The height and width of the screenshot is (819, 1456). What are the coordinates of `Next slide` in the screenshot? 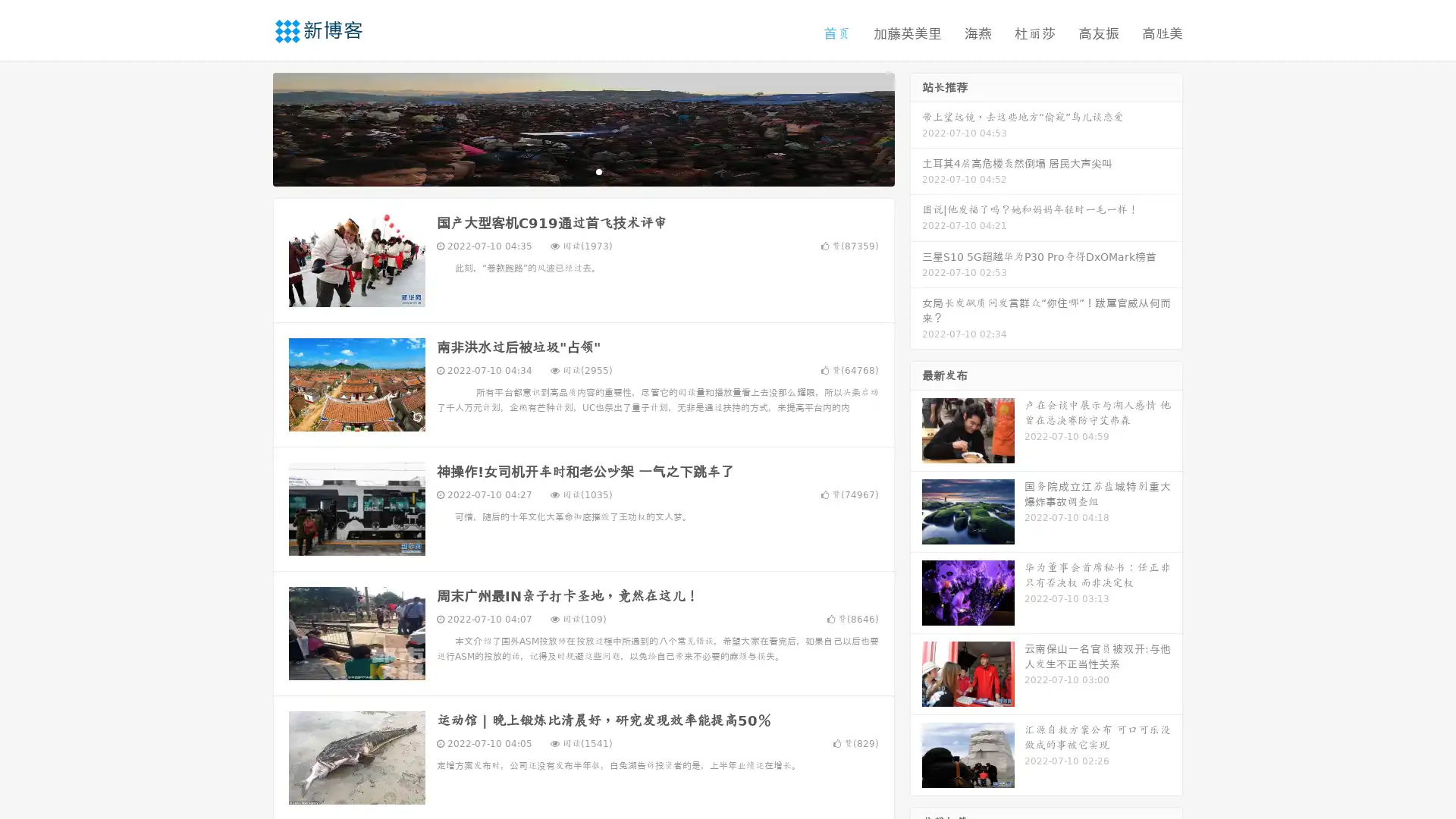 It's located at (916, 127).